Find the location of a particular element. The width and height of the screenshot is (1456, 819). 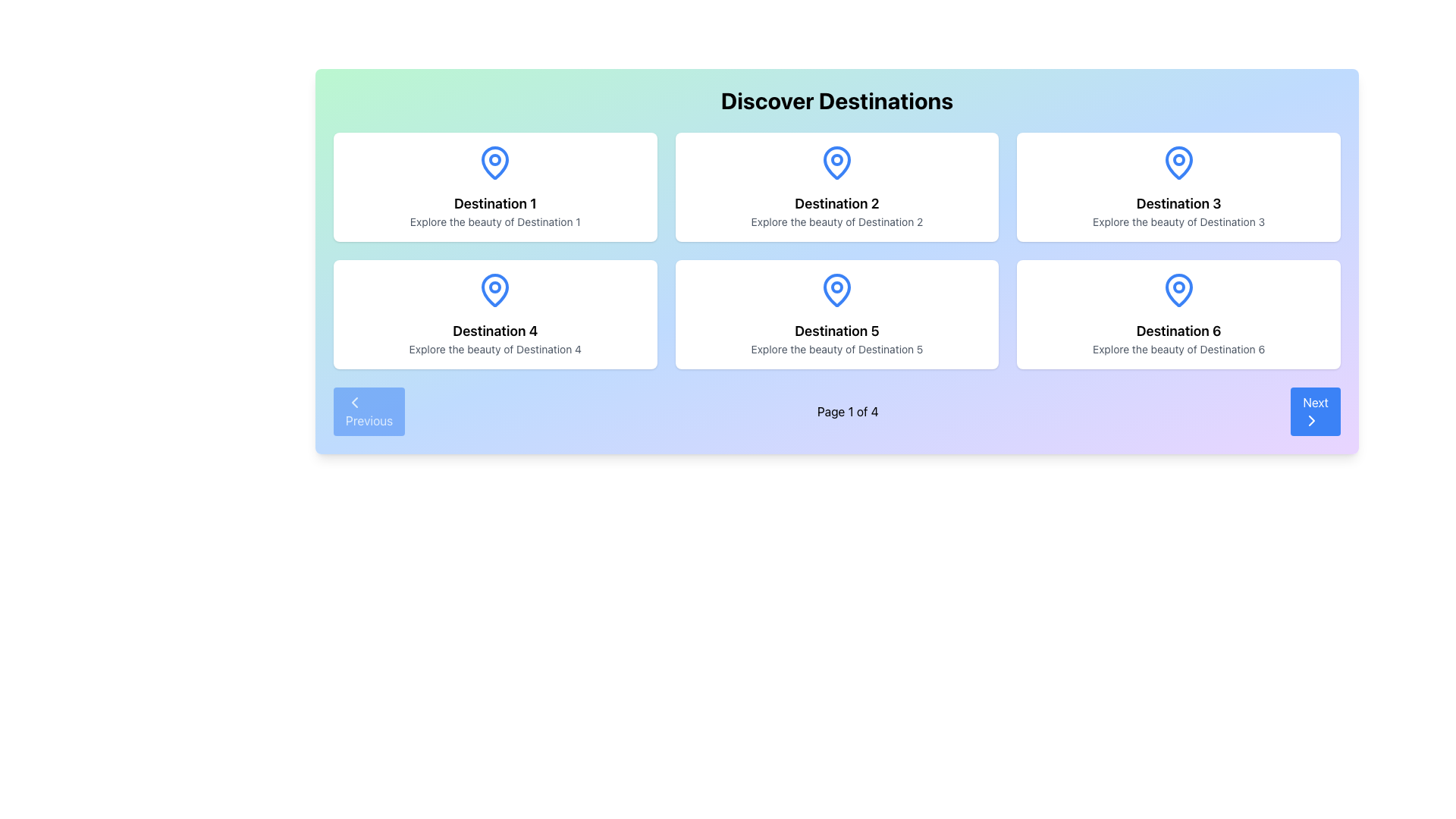

text label identified as the fourth title in the layout grid of destinations, located in the second row, first column of the grid inside a card is located at coordinates (495, 330).